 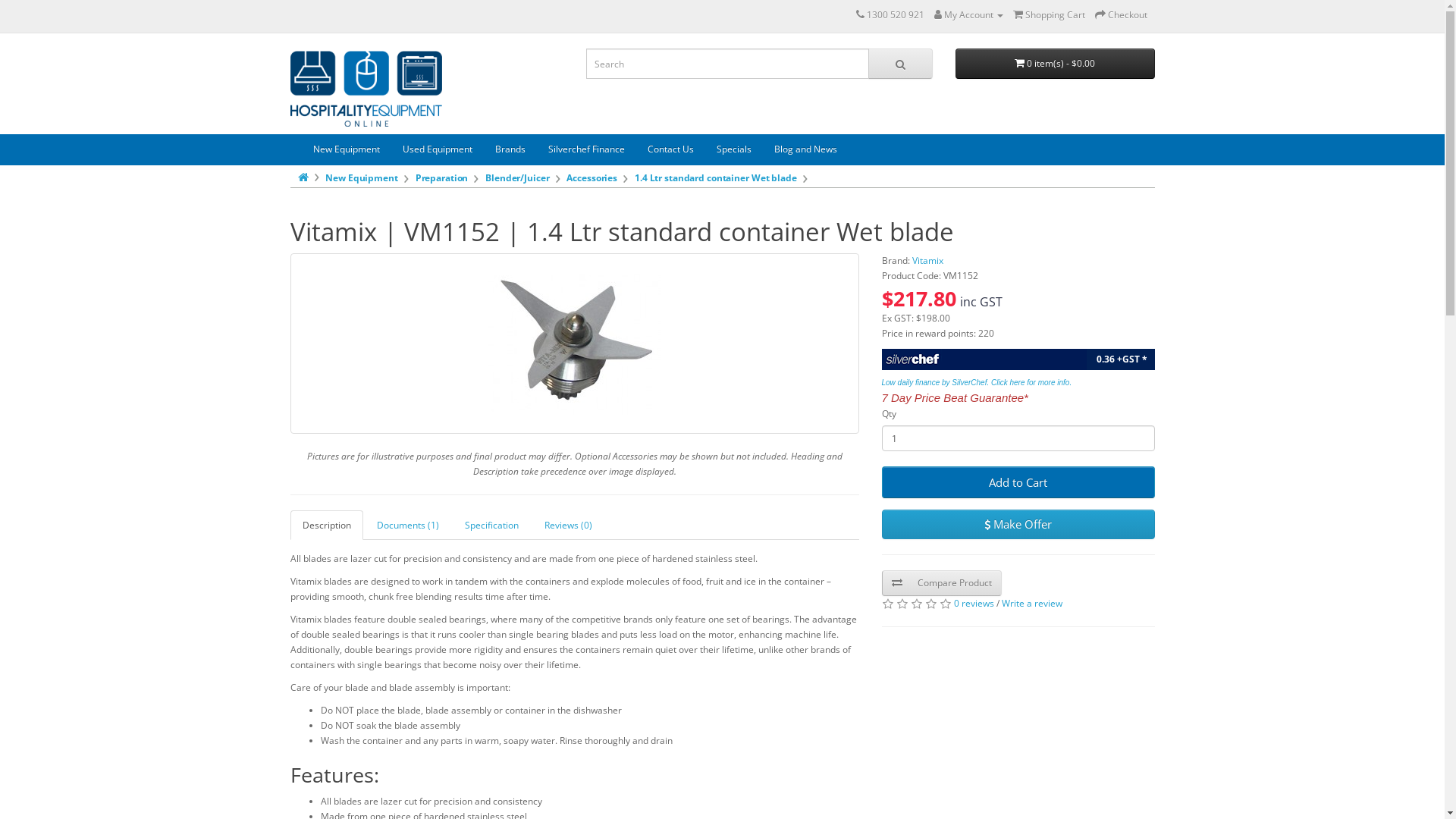 I want to click on '0 item(s) - $0.00', so click(x=1054, y=63).